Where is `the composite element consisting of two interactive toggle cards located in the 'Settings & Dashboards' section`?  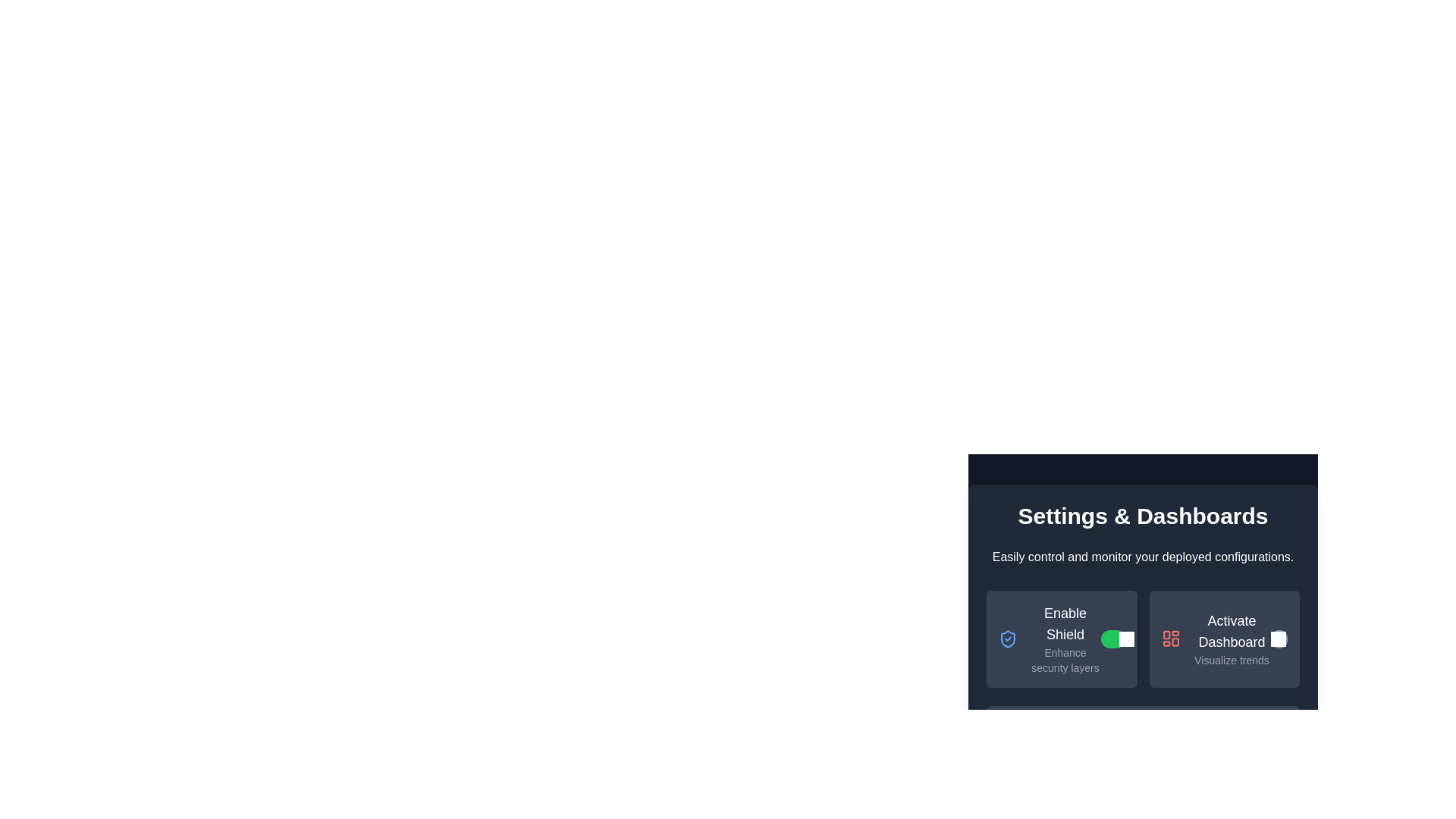
the composite element consisting of two interactive toggle cards located in the 'Settings & Dashboards' section is located at coordinates (1143, 639).